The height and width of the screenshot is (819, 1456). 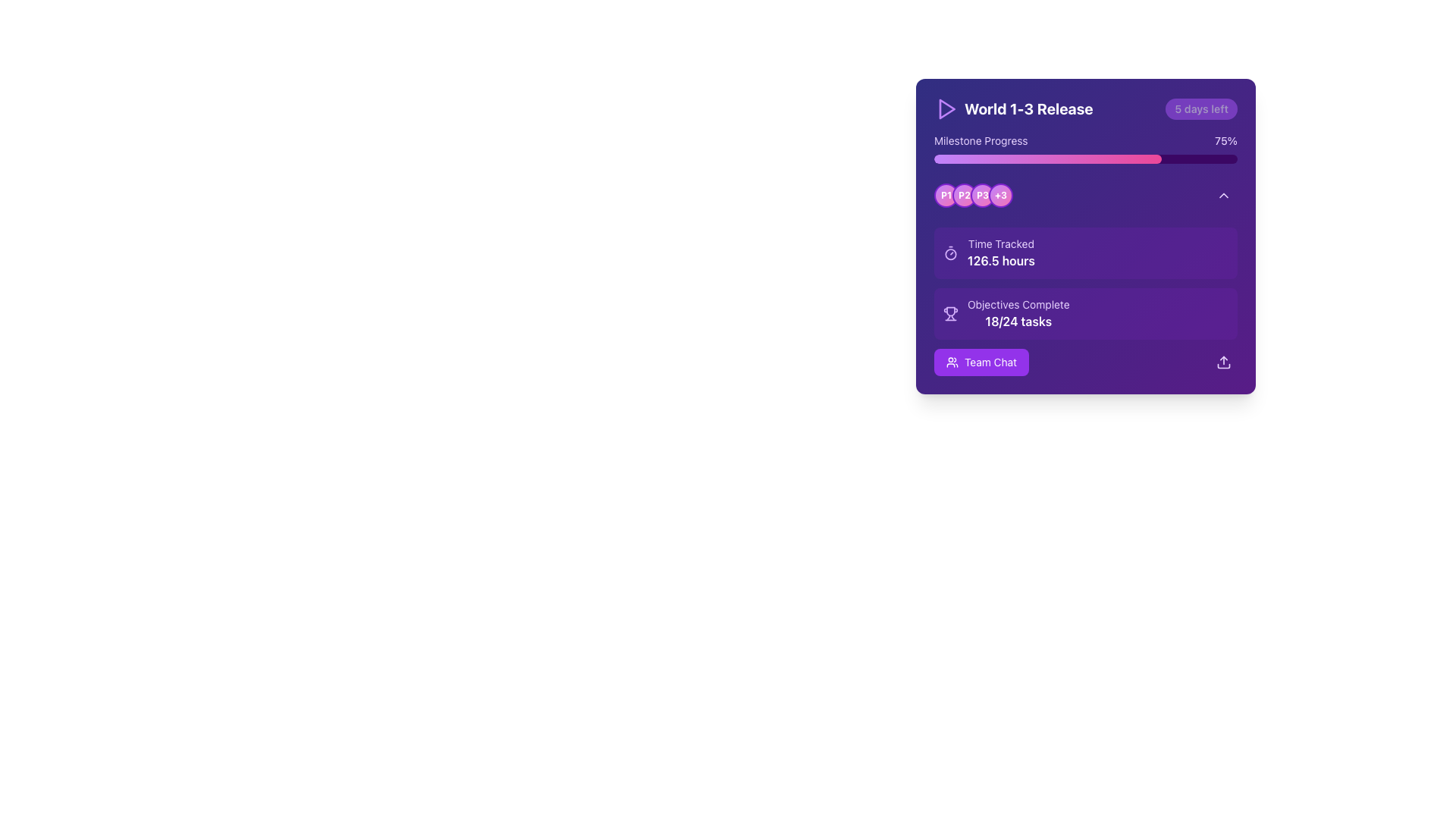 What do you see at coordinates (1084, 278) in the screenshot?
I see `text for information in the Informational card section titled 'World 1-3 Release', located below the progress bar and above the 'Team Chat' button` at bounding box center [1084, 278].